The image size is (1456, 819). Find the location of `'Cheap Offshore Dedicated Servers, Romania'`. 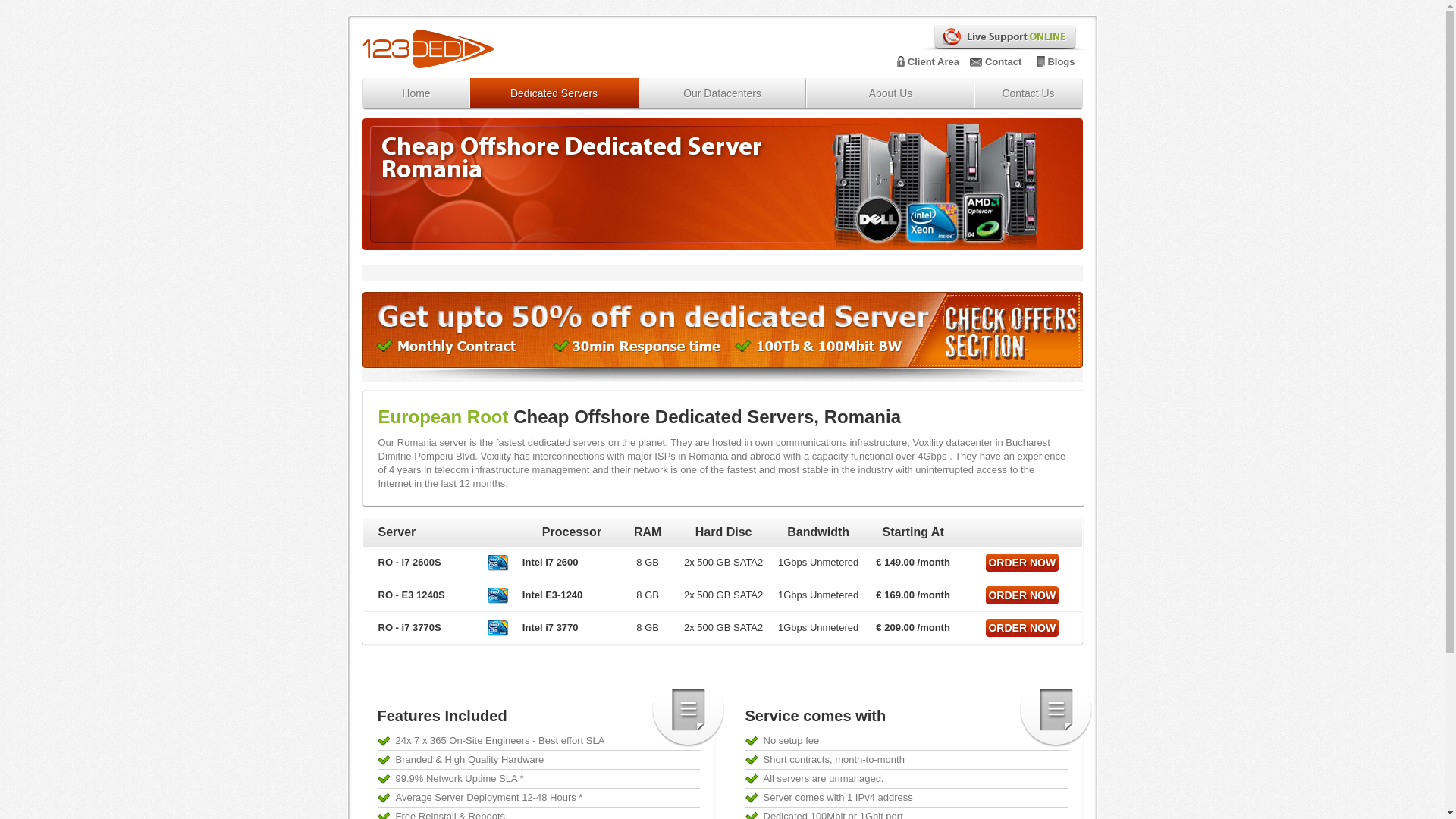

'Cheap Offshore Dedicated Servers, Romania' is located at coordinates (513, 416).